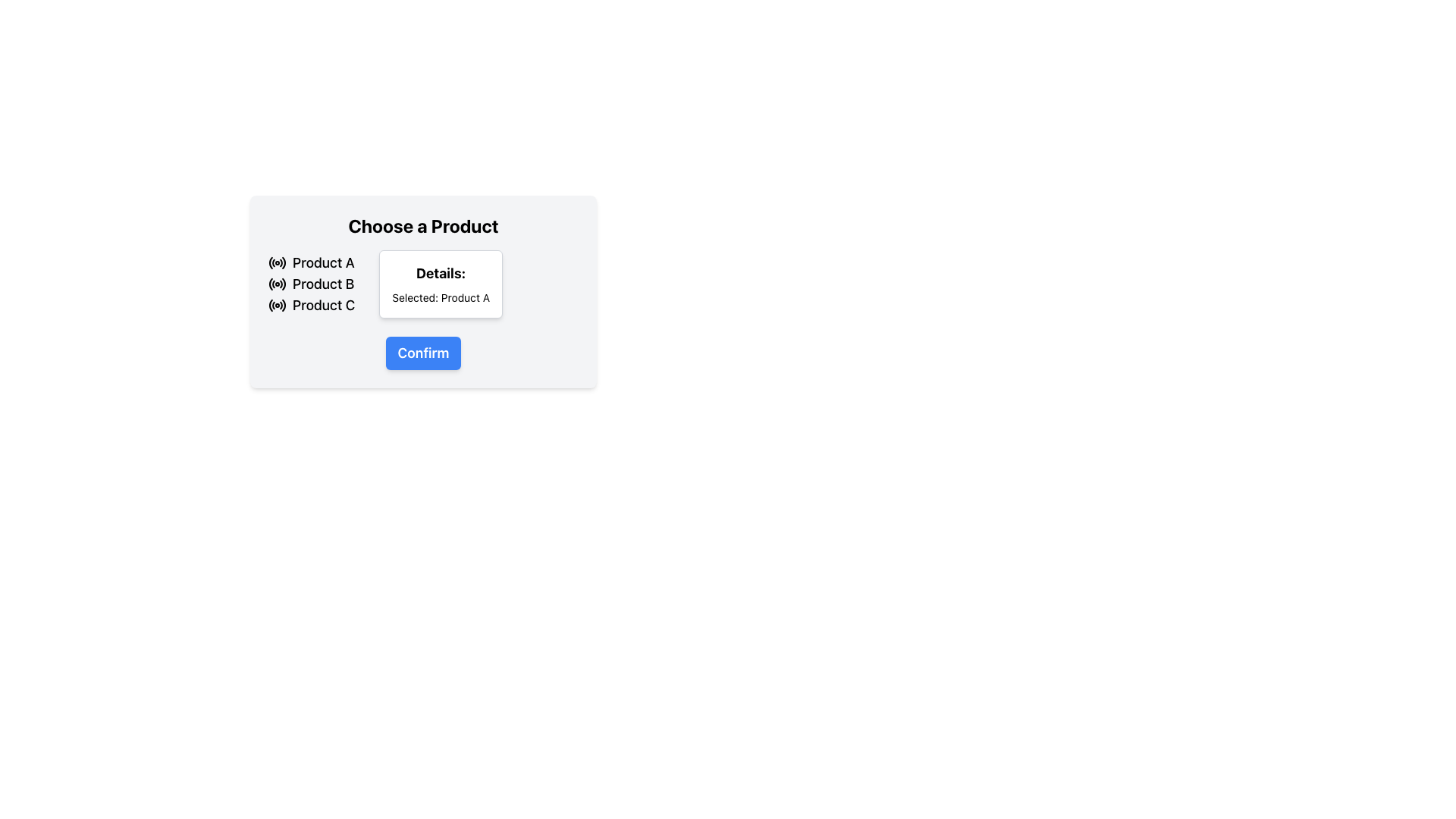  I want to click on the confirm button located at the bottom of the white card with a gray shadow to confirm the selection, so click(423, 353).